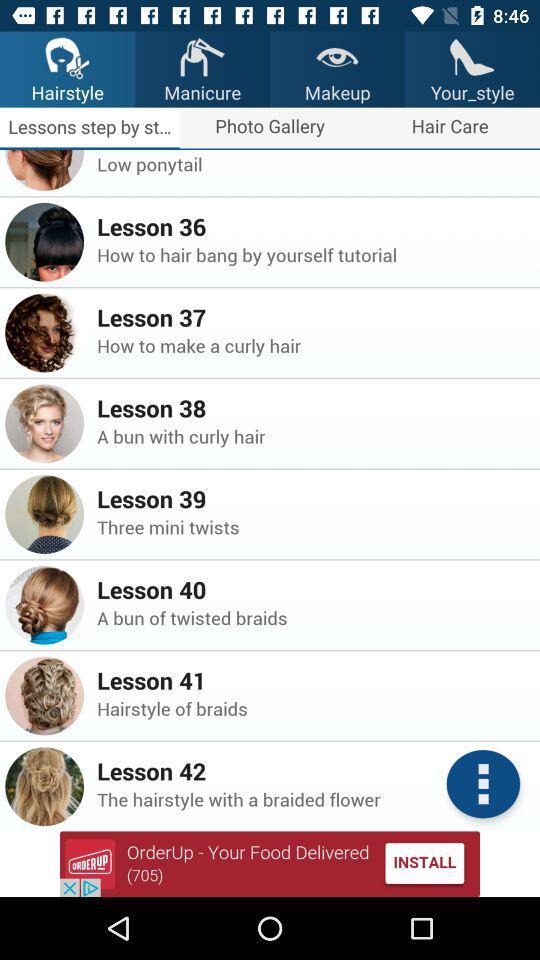 This screenshot has height=960, width=540. What do you see at coordinates (312, 163) in the screenshot?
I see `the item below lesson 35 icon` at bounding box center [312, 163].